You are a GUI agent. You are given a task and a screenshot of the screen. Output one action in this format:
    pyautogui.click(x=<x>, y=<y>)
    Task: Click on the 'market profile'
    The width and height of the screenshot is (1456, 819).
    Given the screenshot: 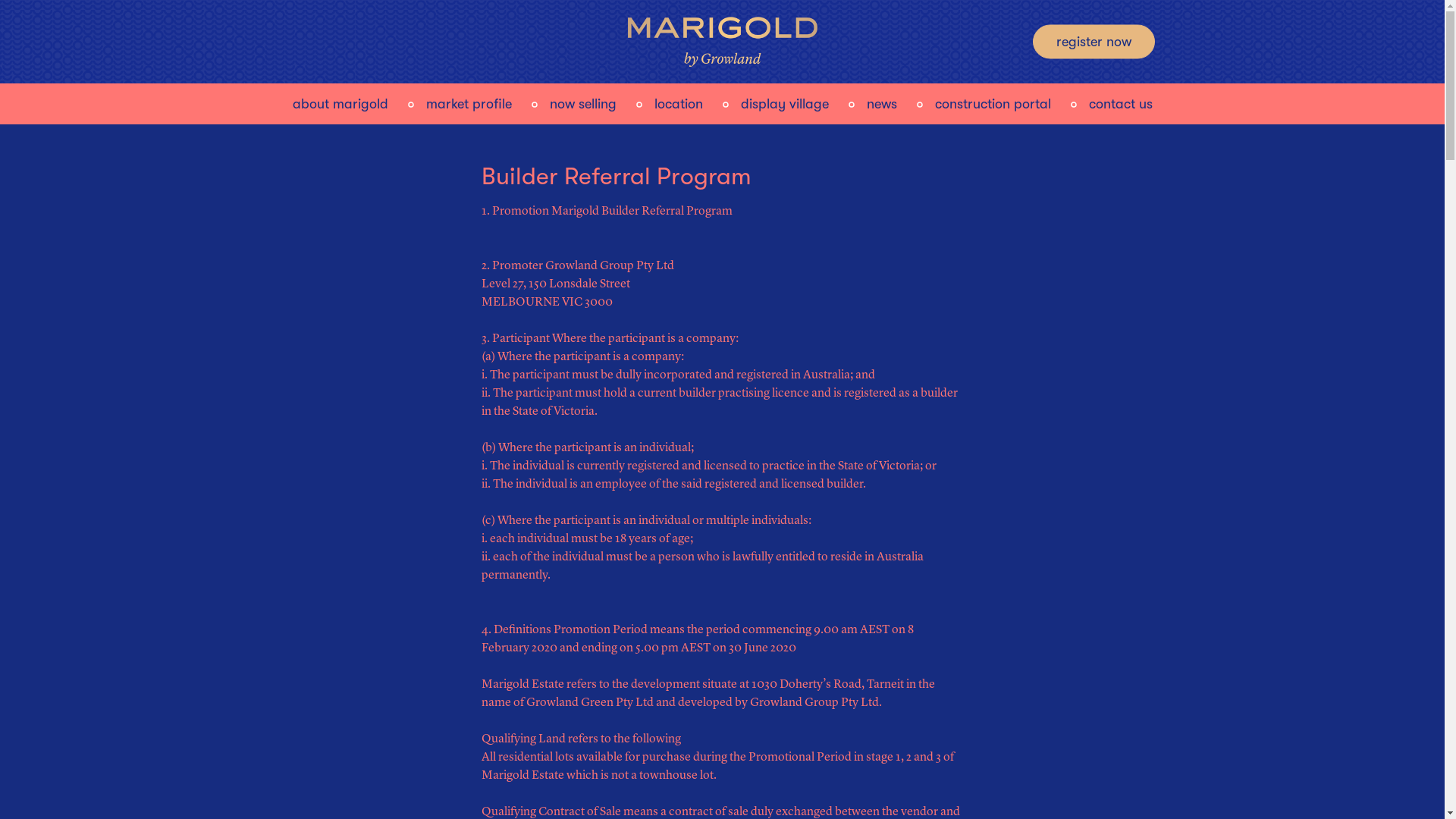 What is the action you would take?
    pyautogui.click(x=468, y=101)
    